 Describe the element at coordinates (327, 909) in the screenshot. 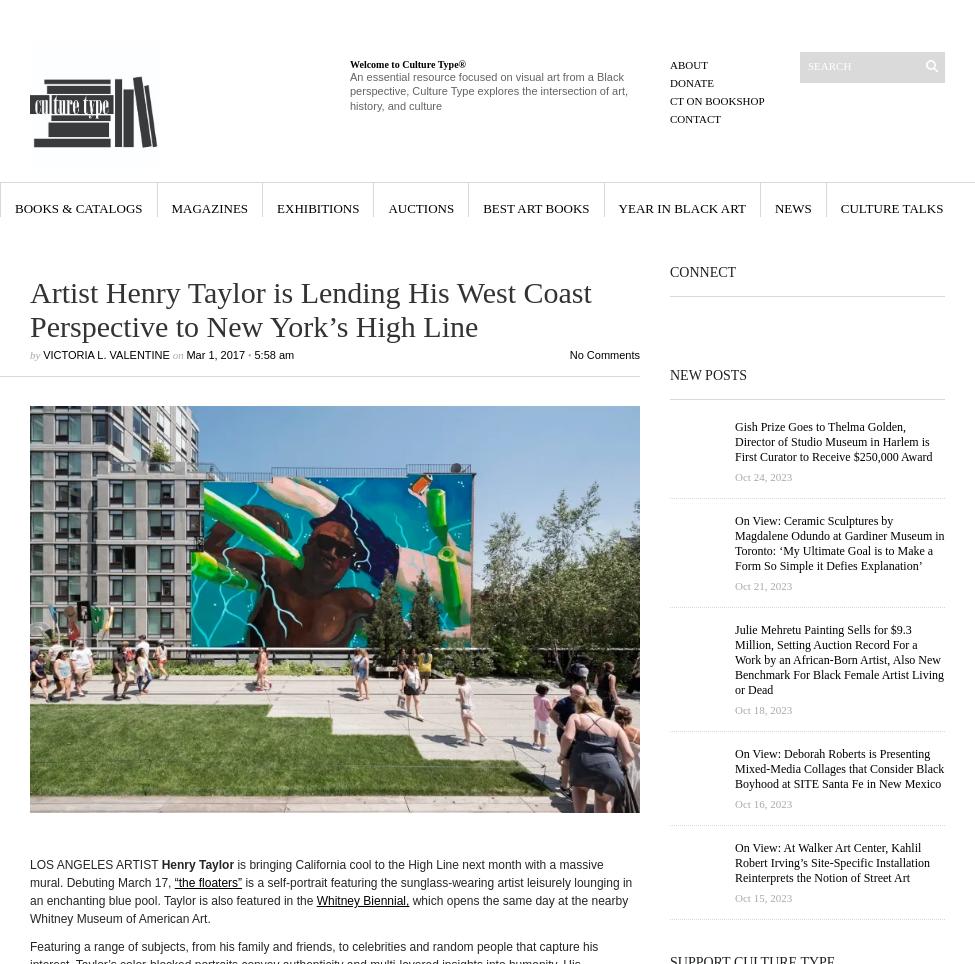

I see `'which opens the same day at the nearby Whitney Museum of American Art.'` at that location.